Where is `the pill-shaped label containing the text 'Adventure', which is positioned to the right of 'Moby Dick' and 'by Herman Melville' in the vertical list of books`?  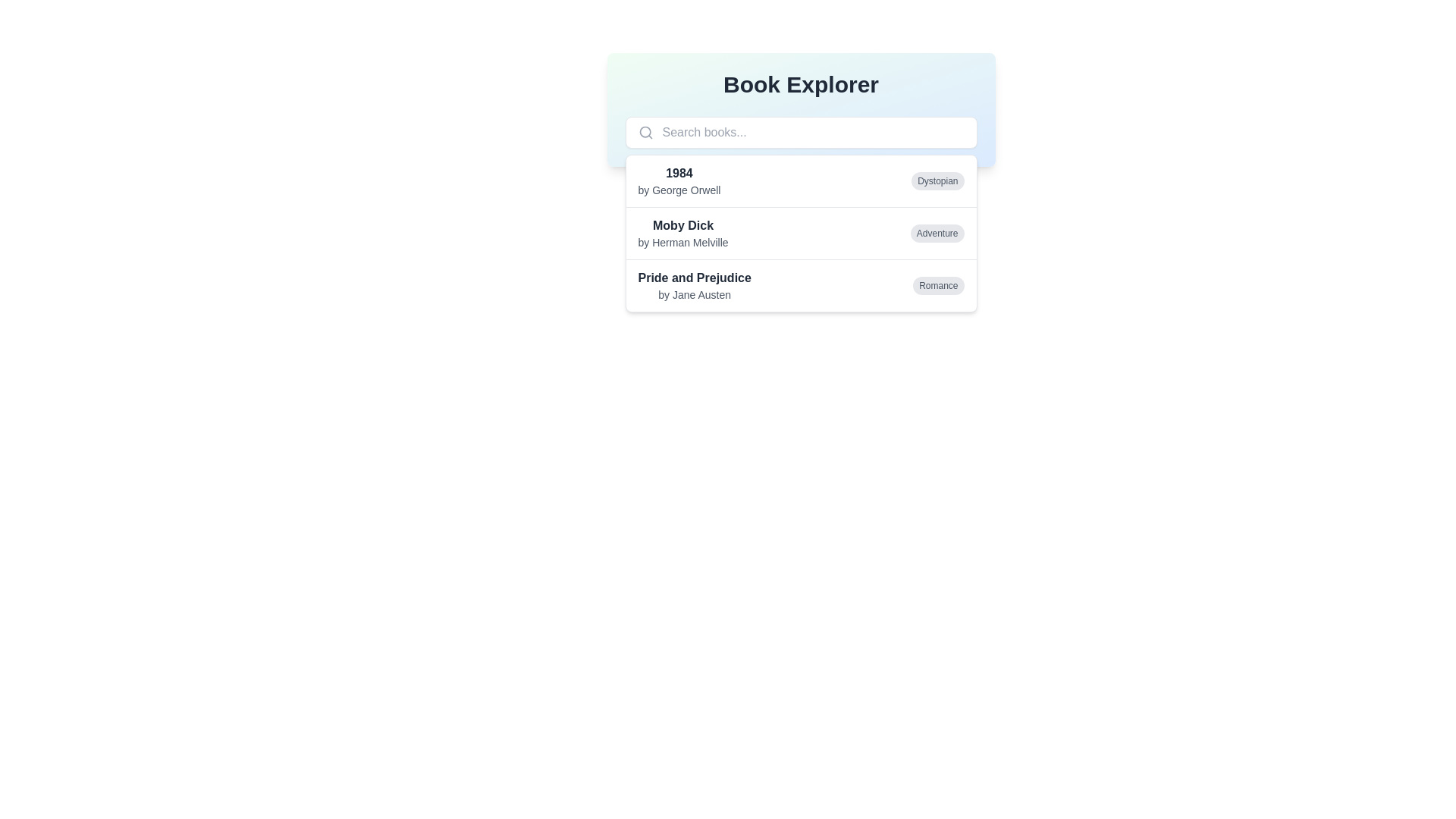 the pill-shaped label containing the text 'Adventure', which is positioned to the right of 'Moby Dick' and 'by Herman Melville' in the vertical list of books is located at coordinates (937, 234).